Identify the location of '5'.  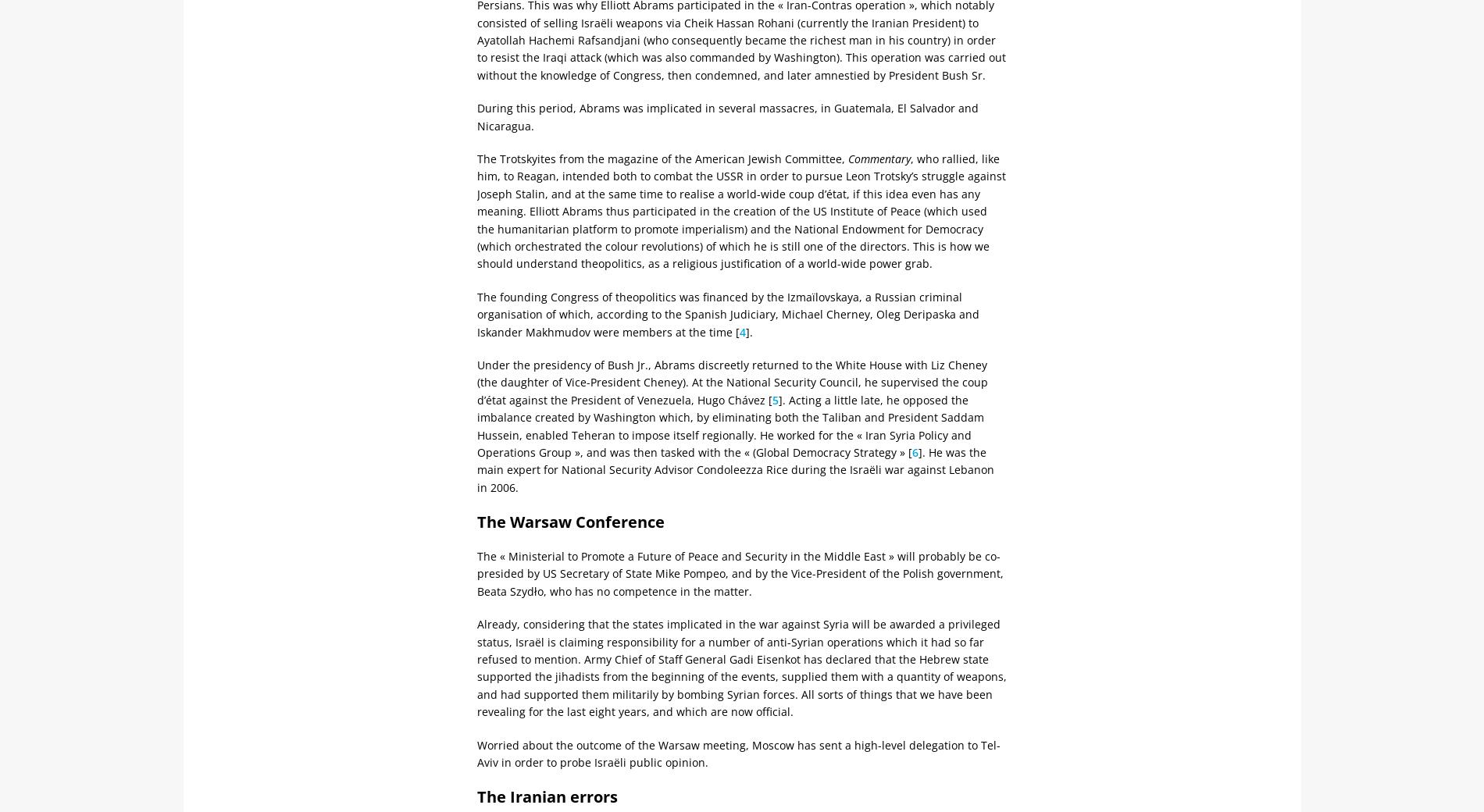
(775, 399).